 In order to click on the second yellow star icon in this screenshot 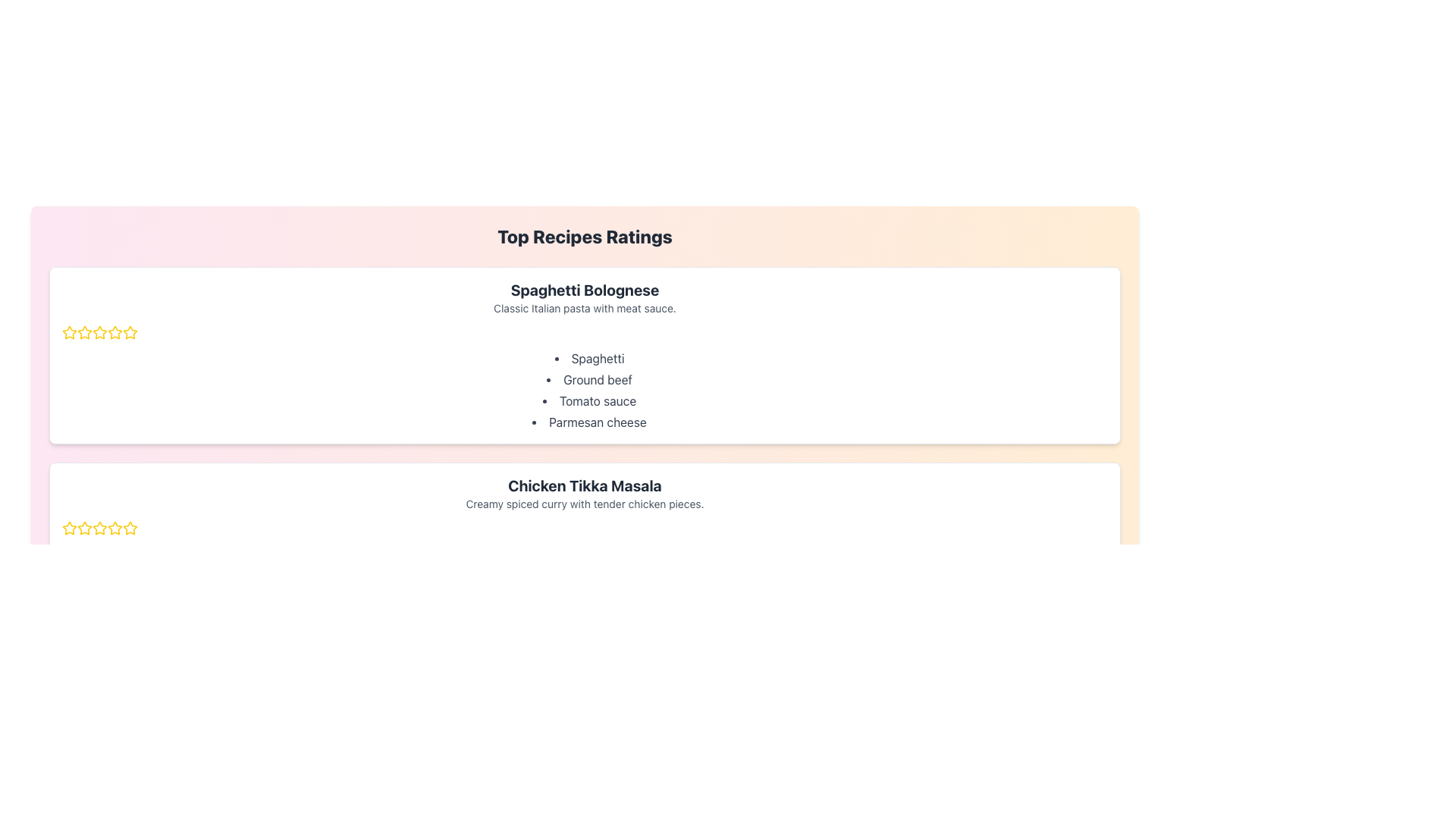, I will do `click(115, 331)`.